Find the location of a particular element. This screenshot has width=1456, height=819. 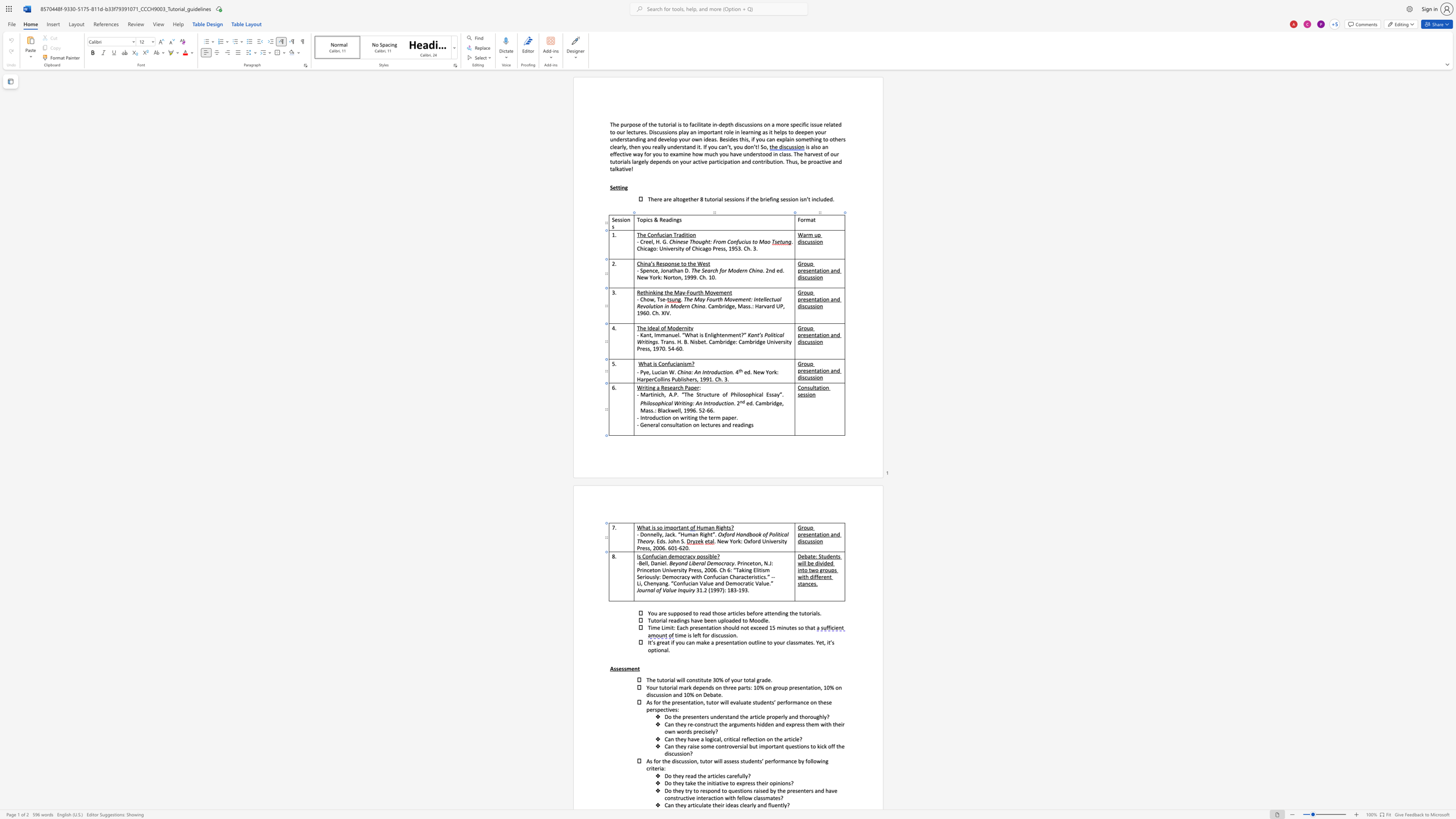

the space between the continuous character "i" and "t" in the text is located at coordinates (782, 540).